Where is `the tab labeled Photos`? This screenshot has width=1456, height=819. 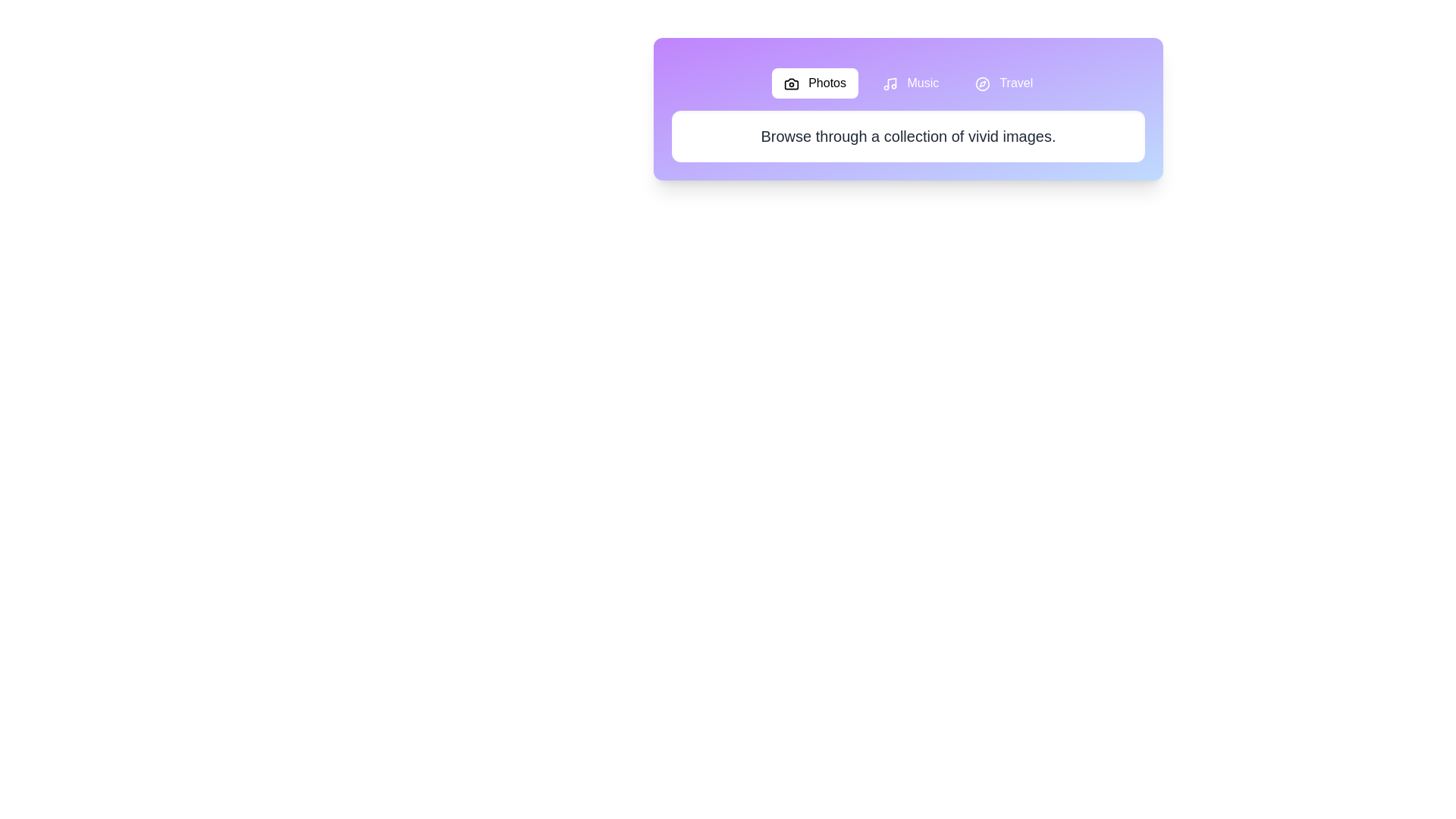
the tab labeled Photos is located at coordinates (814, 83).